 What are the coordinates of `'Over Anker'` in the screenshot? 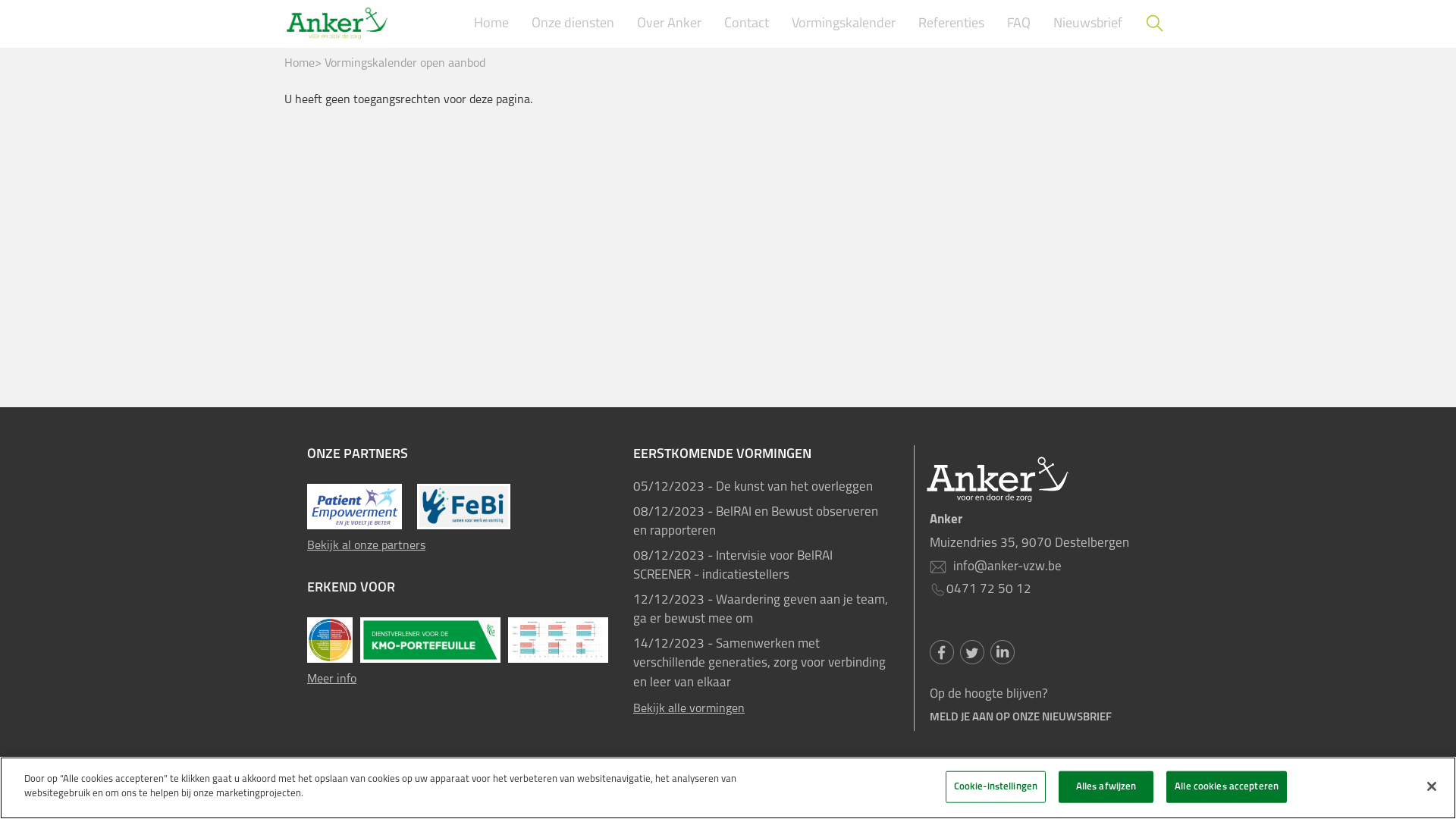 It's located at (668, 24).